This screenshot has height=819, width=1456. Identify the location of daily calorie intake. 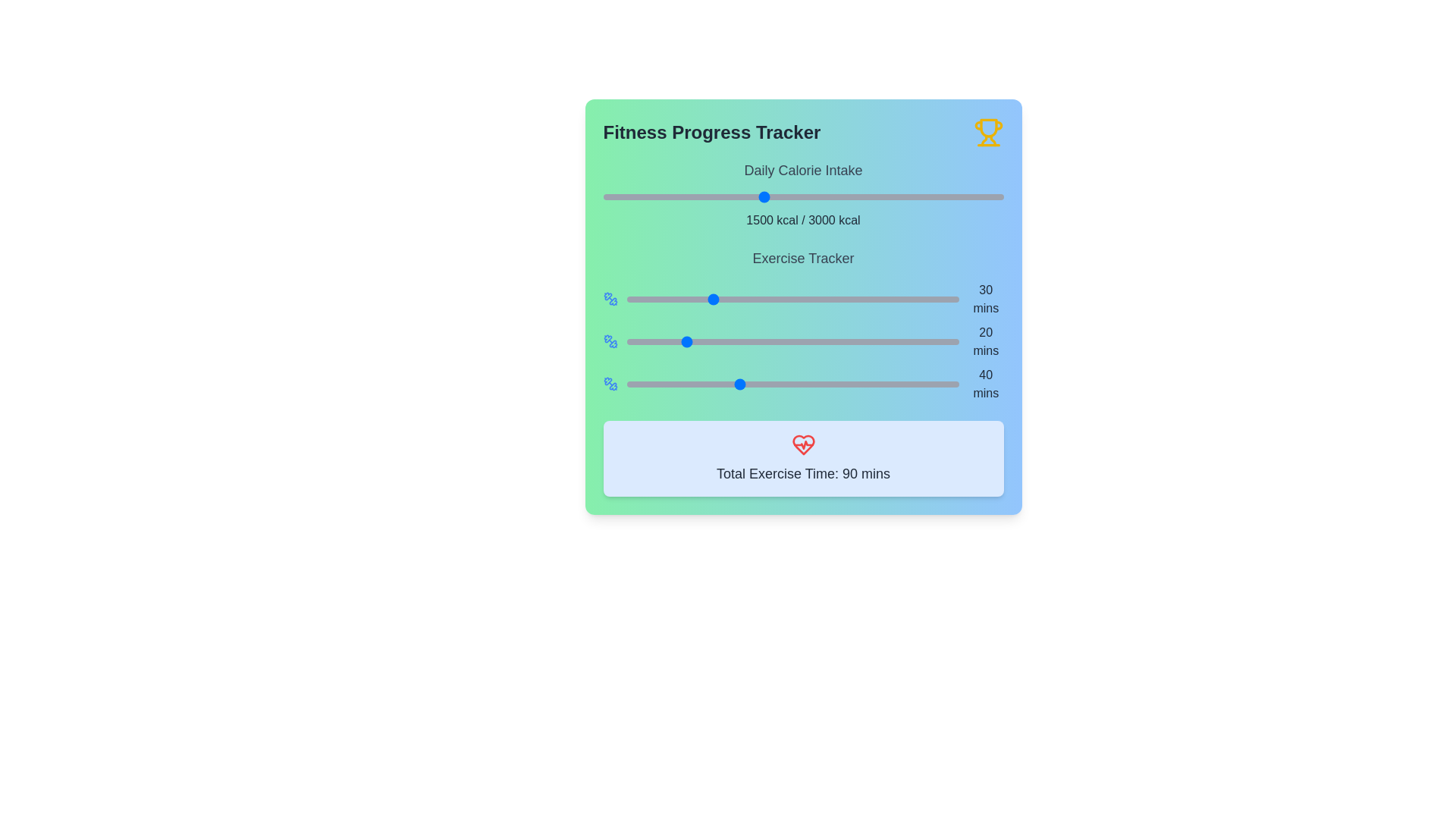
(821, 196).